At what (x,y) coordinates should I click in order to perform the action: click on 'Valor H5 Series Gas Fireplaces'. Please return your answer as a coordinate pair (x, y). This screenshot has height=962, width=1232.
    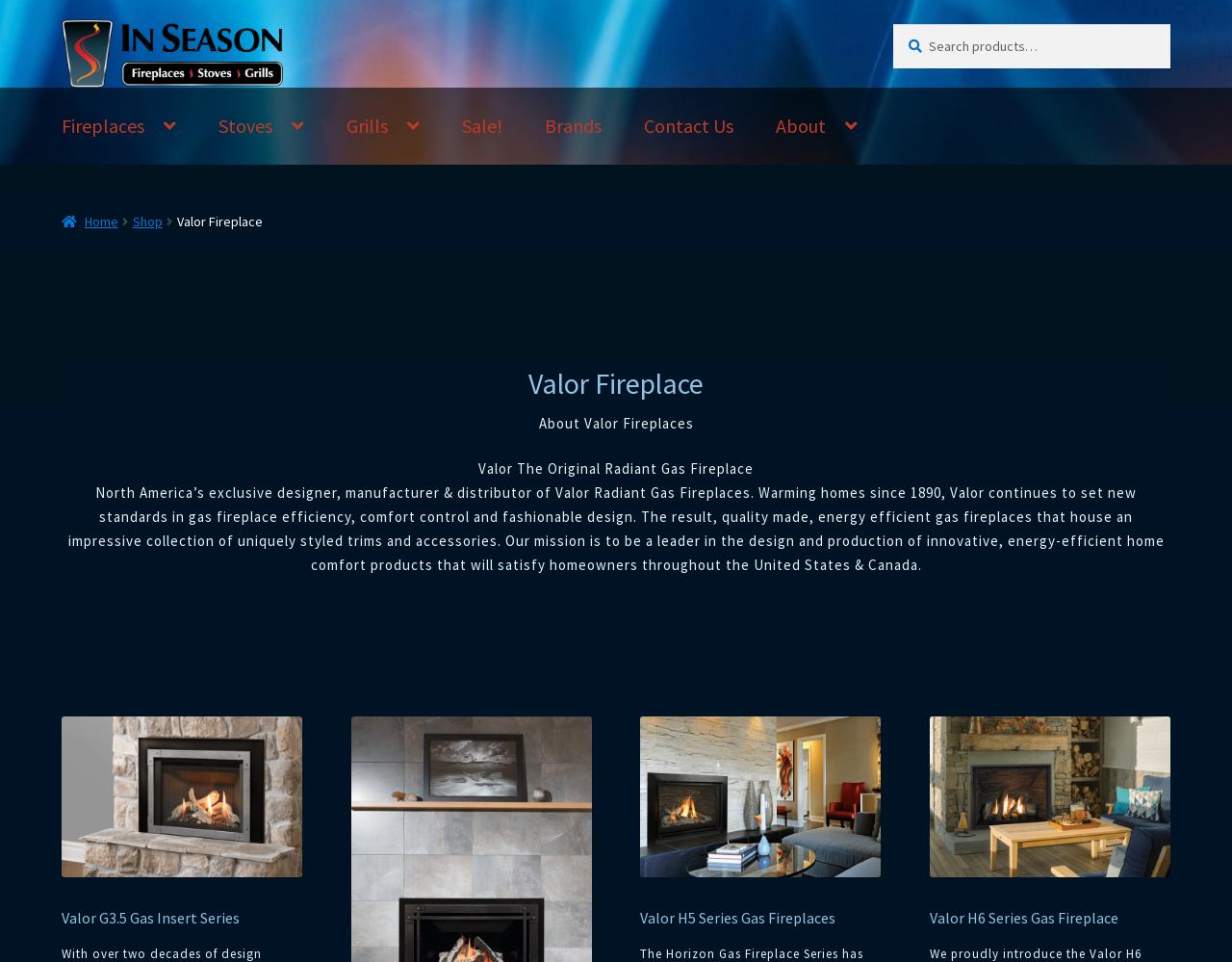
    Looking at the image, I should click on (736, 917).